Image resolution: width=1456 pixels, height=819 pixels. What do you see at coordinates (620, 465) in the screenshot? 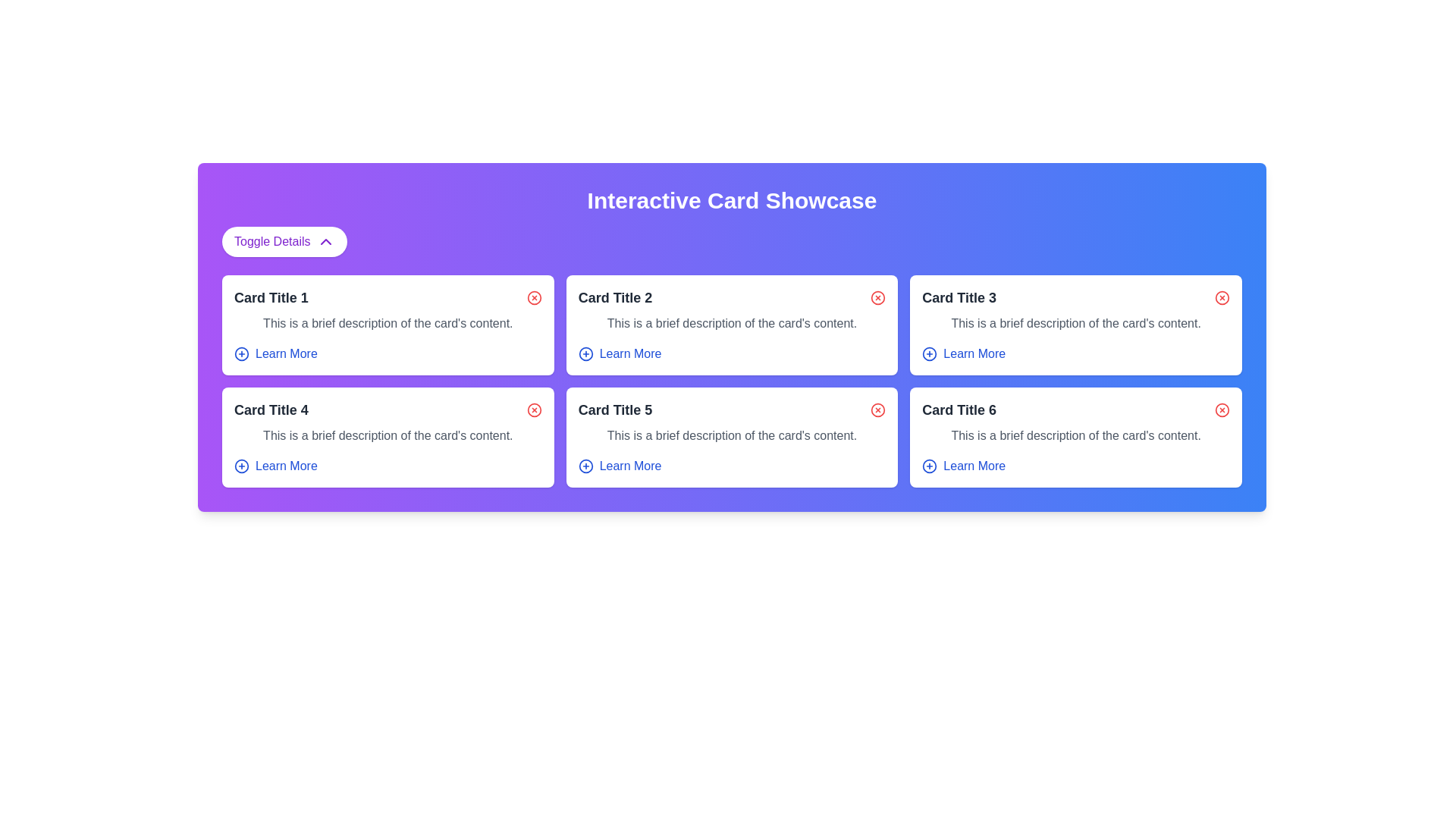
I see `the call-to-action link styled as a button located at the bottom-right corner of 'Card Title 5'` at bounding box center [620, 465].